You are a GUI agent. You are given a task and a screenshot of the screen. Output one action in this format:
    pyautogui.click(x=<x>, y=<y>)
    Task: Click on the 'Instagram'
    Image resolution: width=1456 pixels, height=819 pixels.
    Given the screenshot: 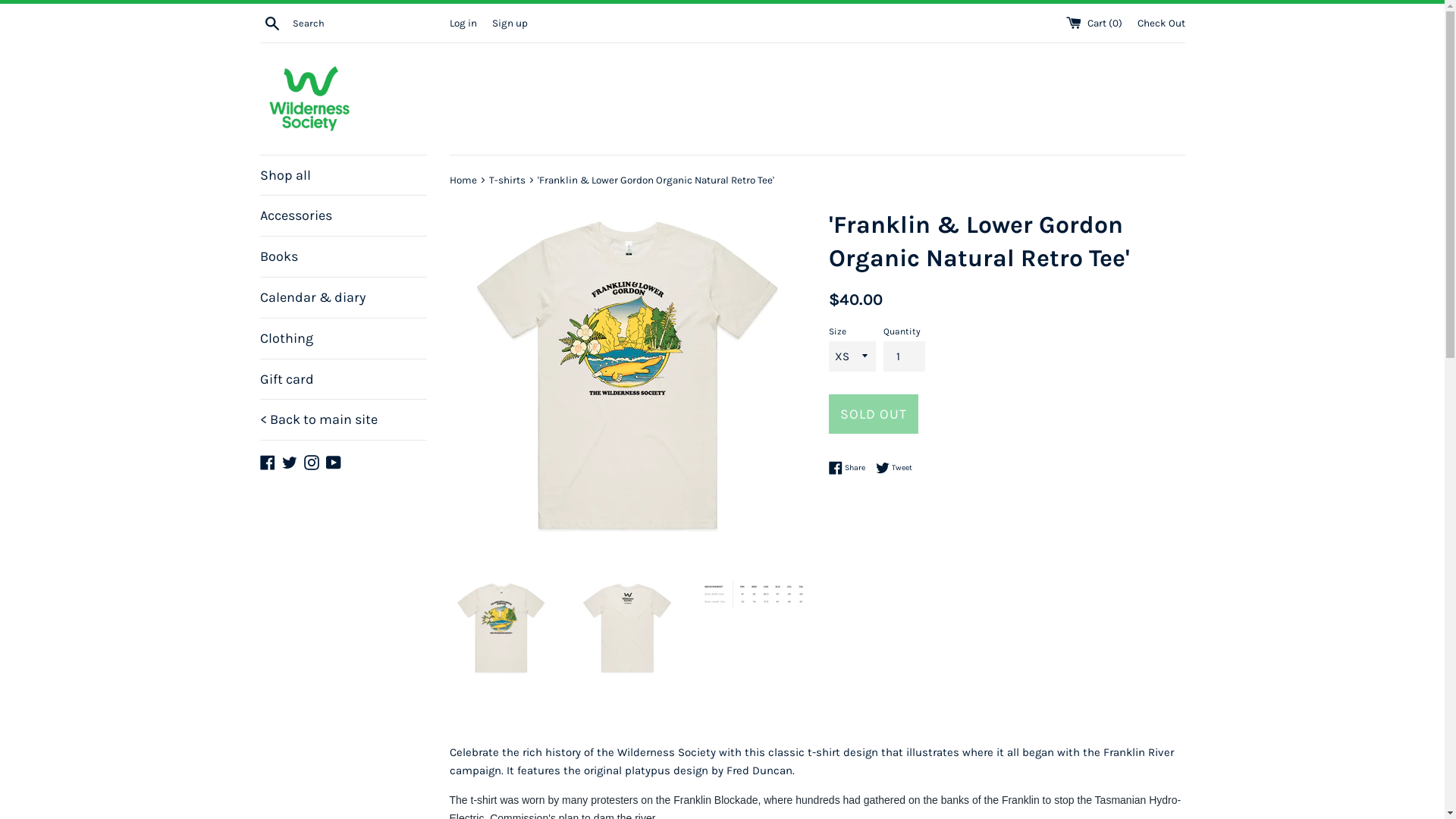 What is the action you would take?
    pyautogui.click(x=309, y=460)
    